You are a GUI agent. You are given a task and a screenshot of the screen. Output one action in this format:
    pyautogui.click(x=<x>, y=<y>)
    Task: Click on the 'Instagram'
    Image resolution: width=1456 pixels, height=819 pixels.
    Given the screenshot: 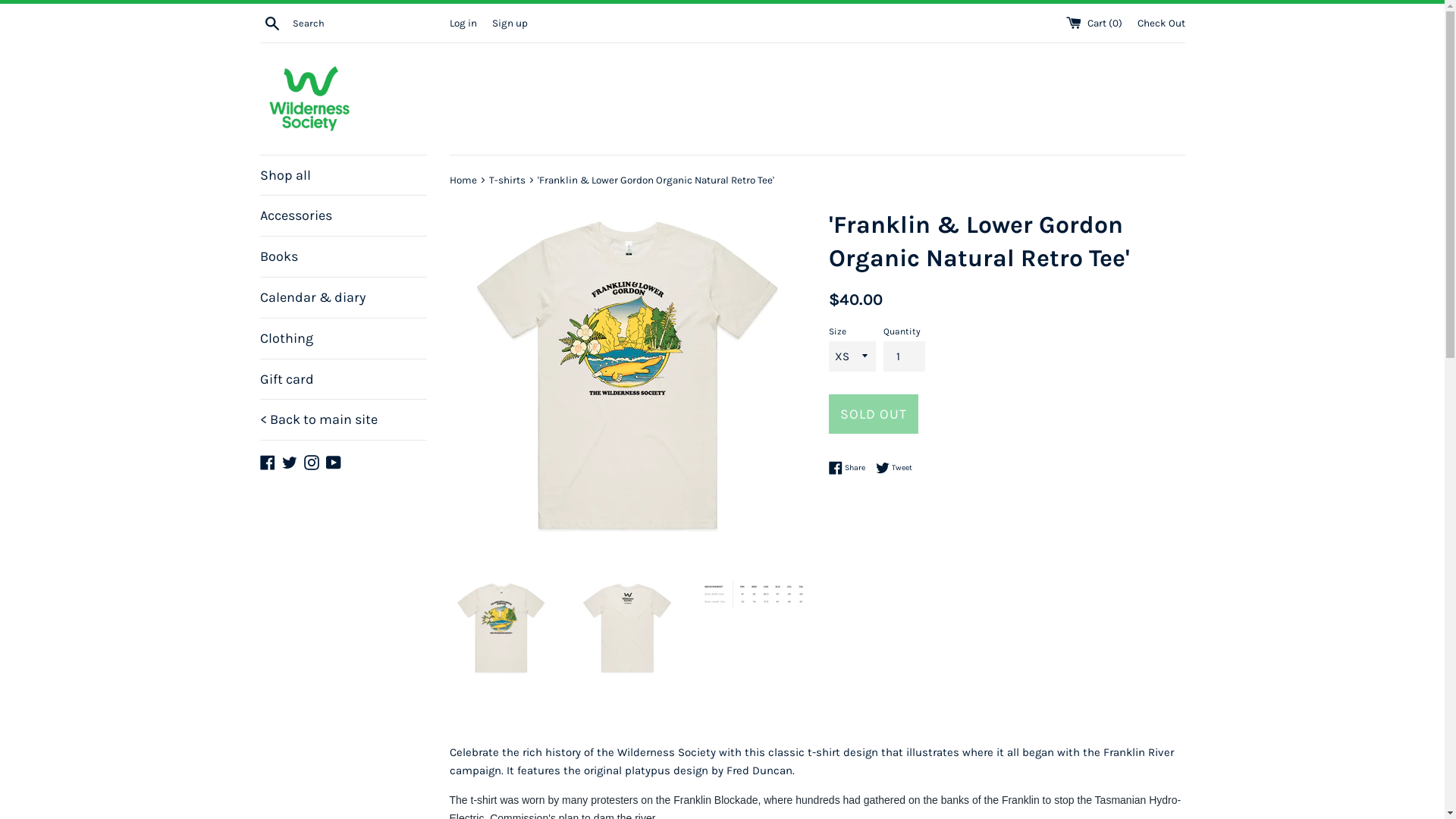 What is the action you would take?
    pyautogui.click(x=309, y=460)
    